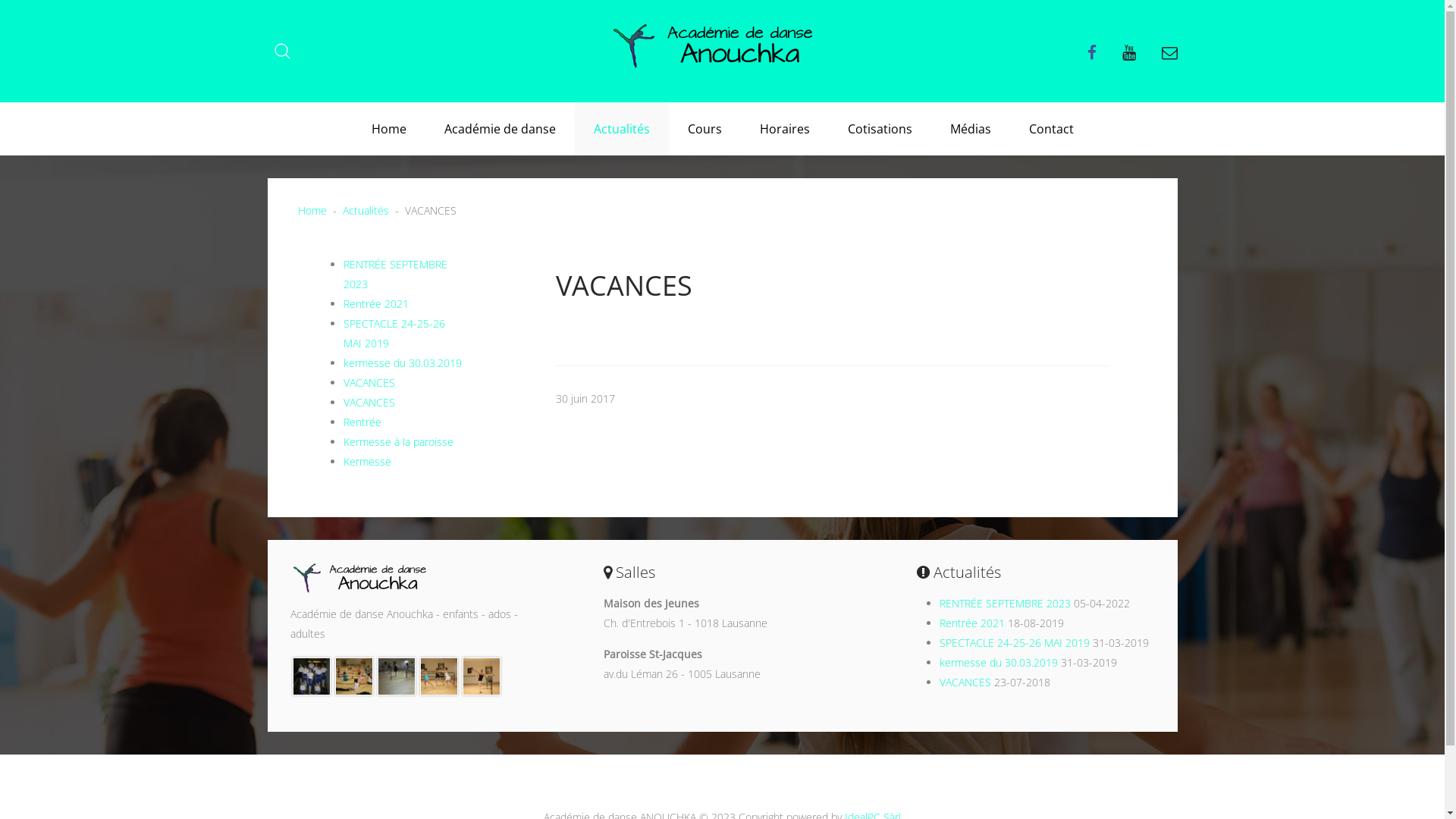 Image resolution: width=1456 pixels, height=819 pixels. I want to click on 'kermesse du 30.03.2019', so click(401, 362).